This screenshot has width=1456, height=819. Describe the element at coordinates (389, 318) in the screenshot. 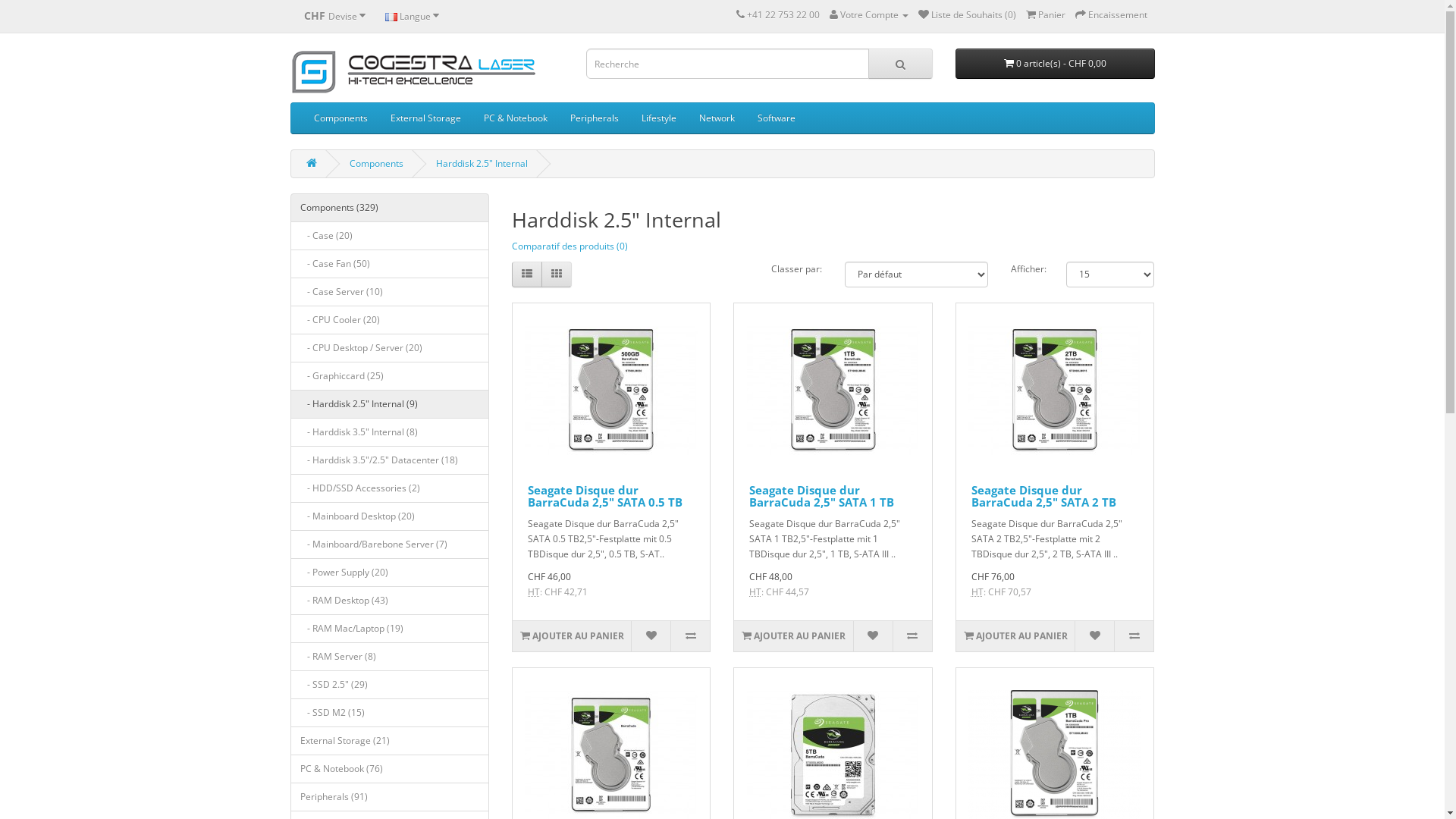

I see `'   - CPU Cooler (20)'` at that location.